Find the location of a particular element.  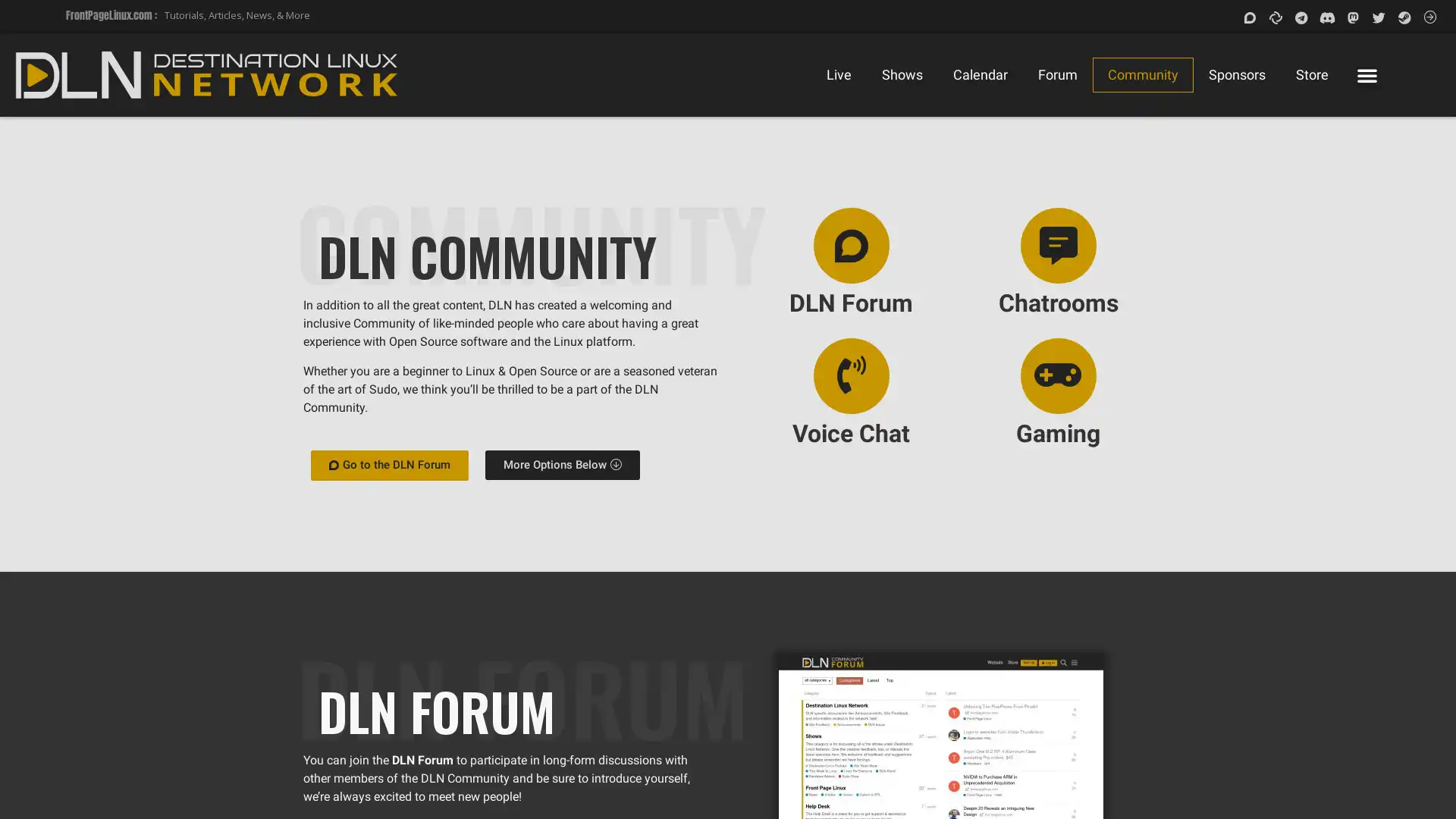

Menu Toggle is located at coordinates (1366, 75).